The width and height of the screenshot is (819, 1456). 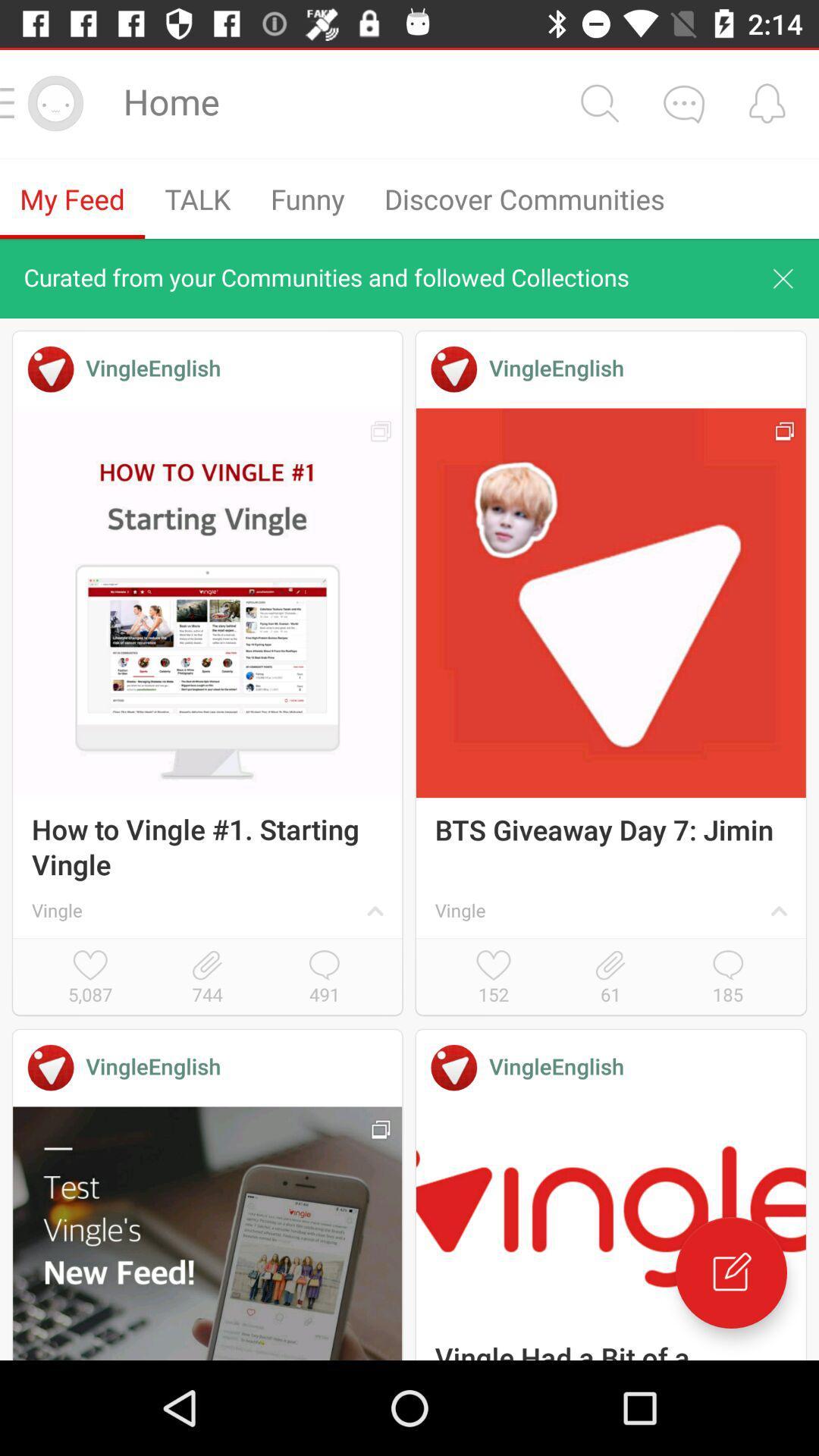 I want to click on write a comment, so click(x=730, y=1272).